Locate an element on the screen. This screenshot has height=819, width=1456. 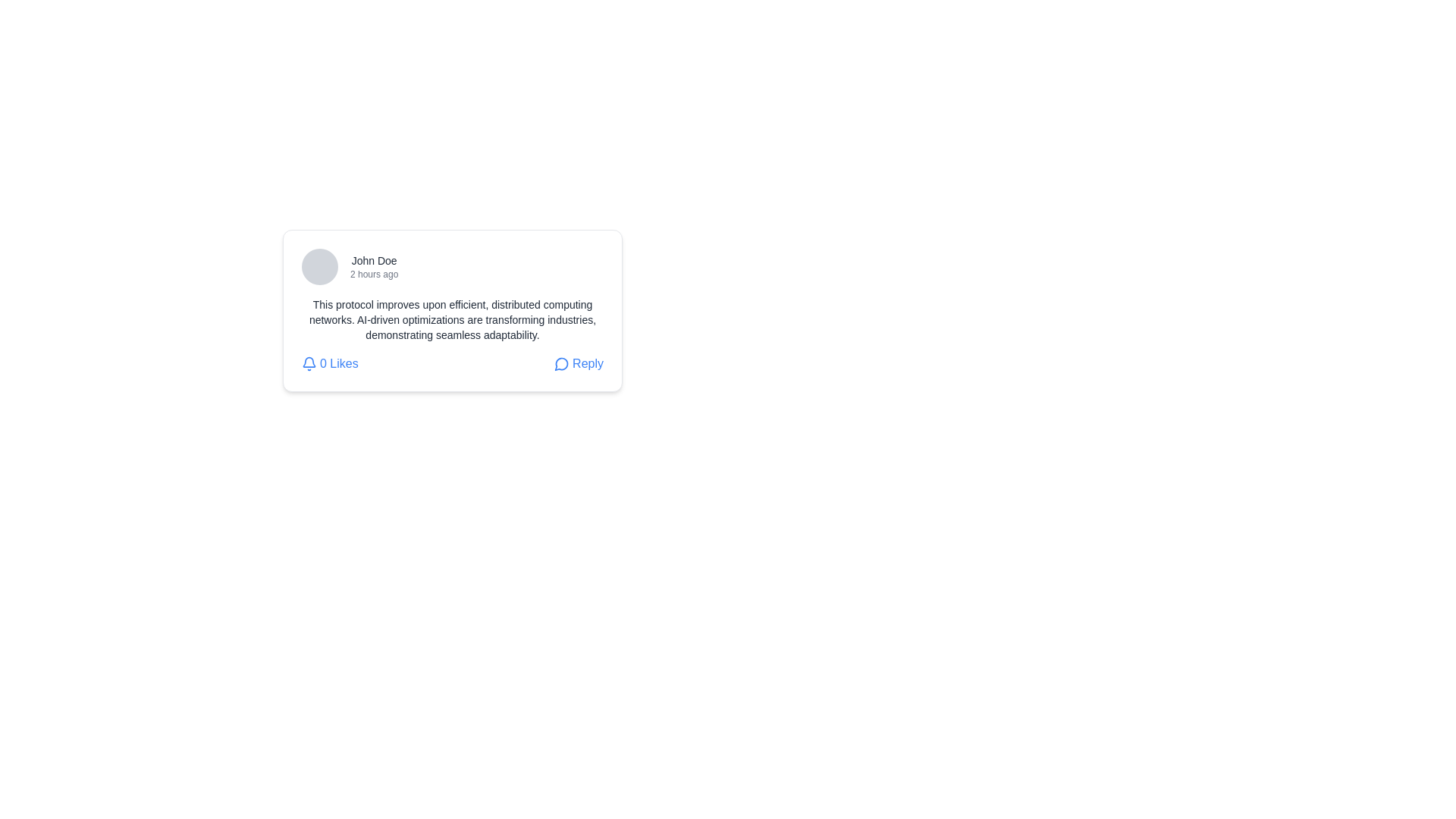
the text label that shows the author's identification details and the timestamp for the comment, located in the upper-left section of the comment card is located at coordinates (374, 265).